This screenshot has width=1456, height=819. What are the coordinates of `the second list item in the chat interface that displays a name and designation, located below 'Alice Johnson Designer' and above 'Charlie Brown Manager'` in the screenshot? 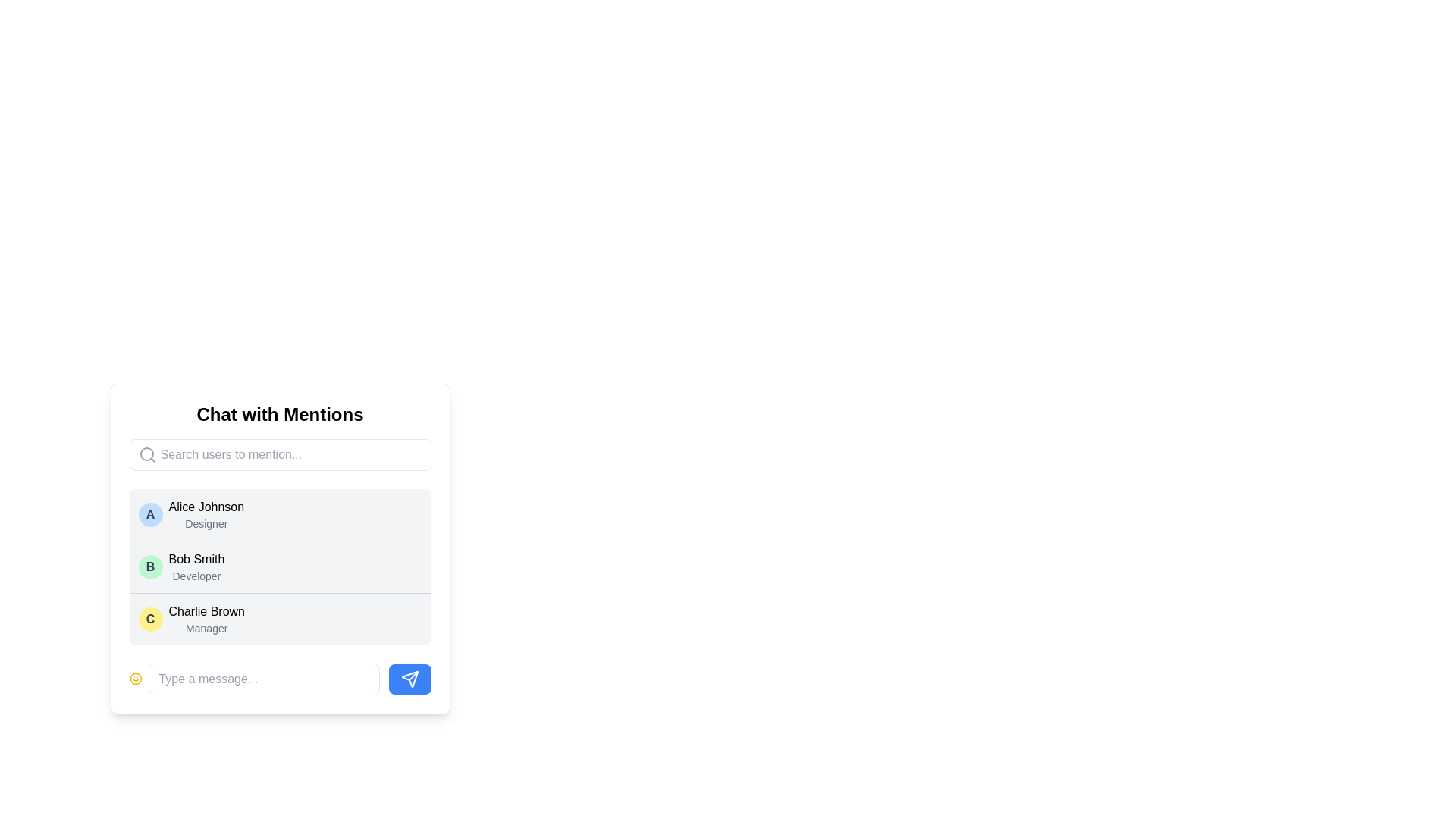 It's located at (196, 567).